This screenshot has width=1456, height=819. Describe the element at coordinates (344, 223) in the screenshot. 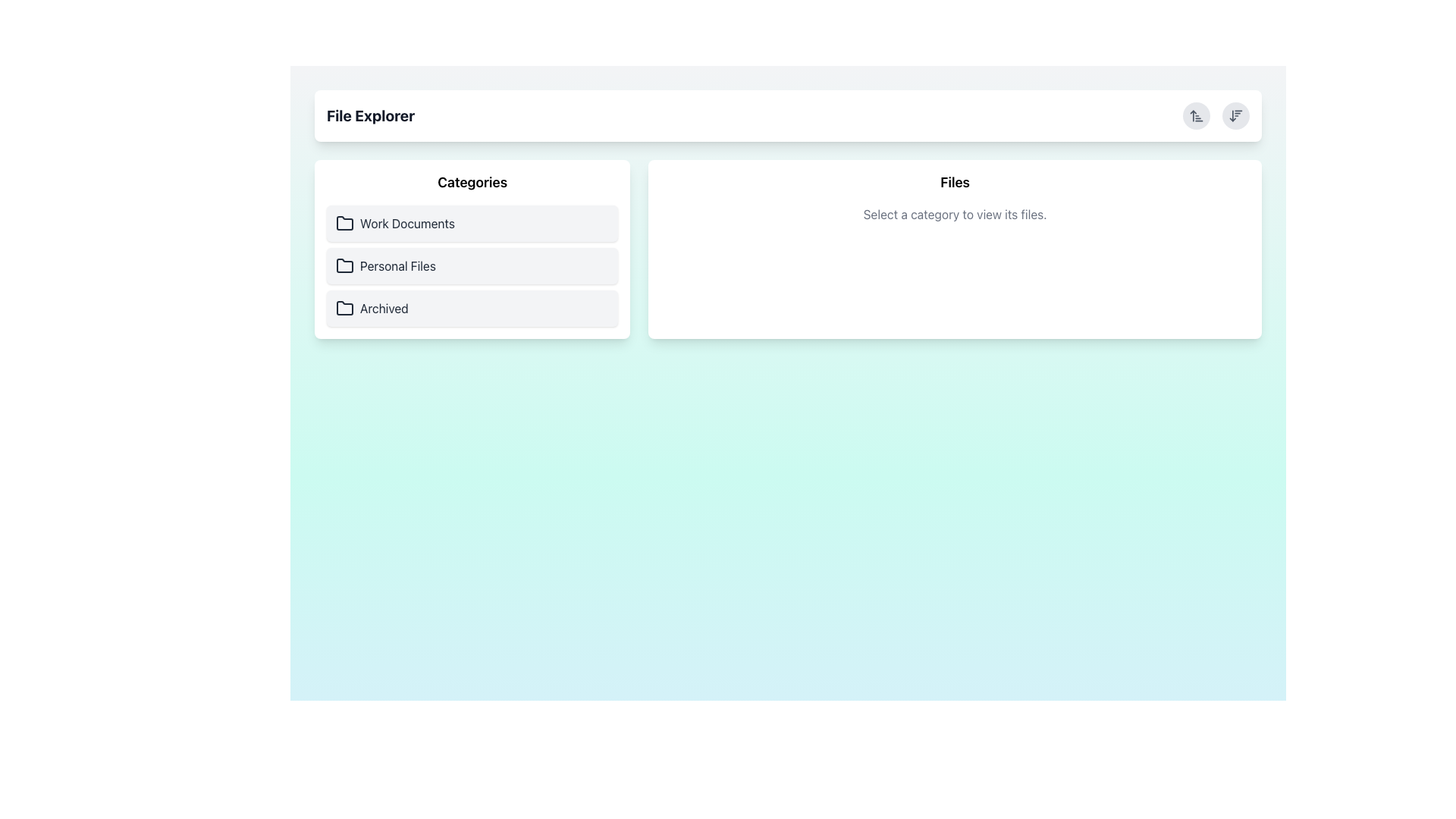

I see `the folder icon representing the 'Work Documents' category` at that location.